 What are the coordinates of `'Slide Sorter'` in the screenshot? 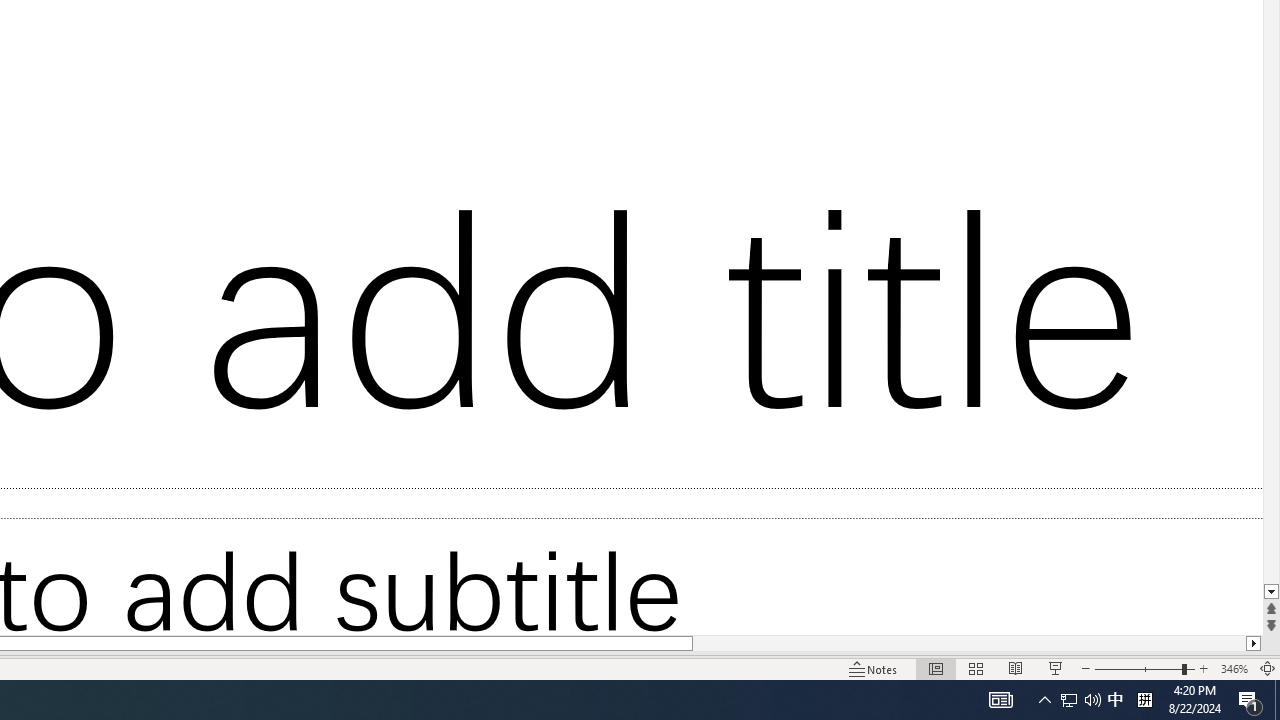 It's located at (976, 669).